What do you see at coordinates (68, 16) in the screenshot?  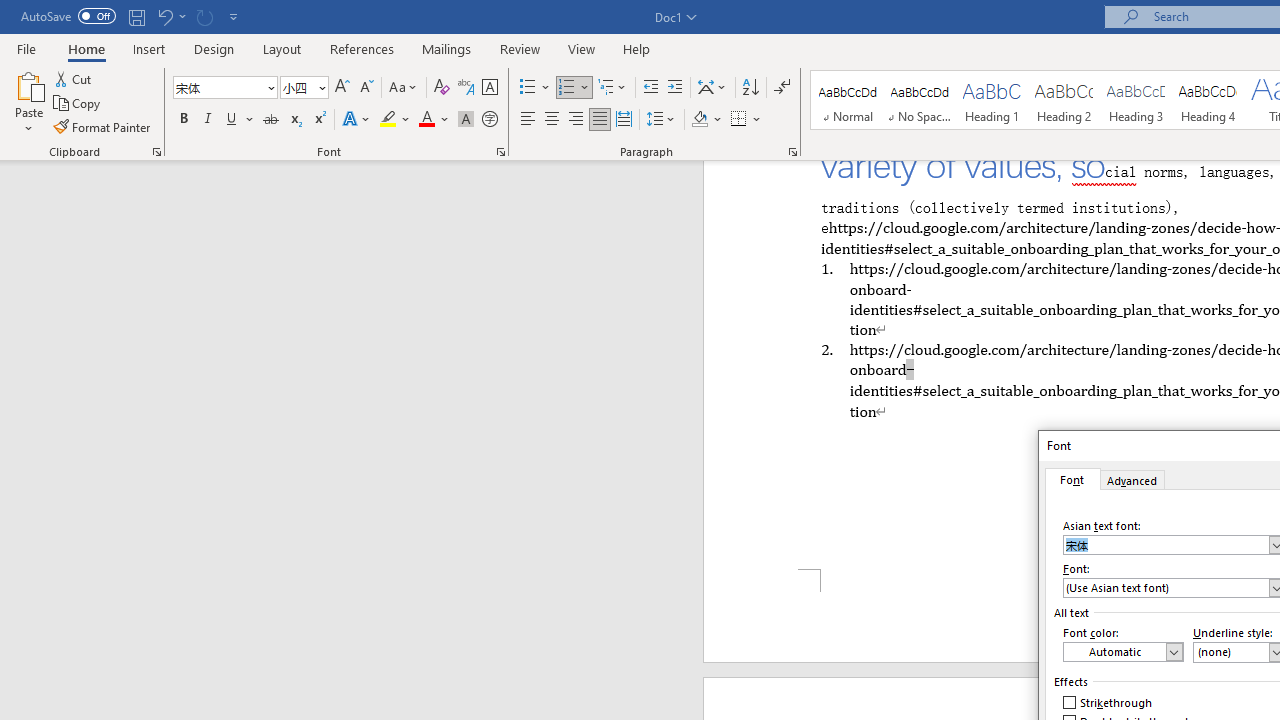 I see `'AutoSave'` at bounding box center [68, 16].